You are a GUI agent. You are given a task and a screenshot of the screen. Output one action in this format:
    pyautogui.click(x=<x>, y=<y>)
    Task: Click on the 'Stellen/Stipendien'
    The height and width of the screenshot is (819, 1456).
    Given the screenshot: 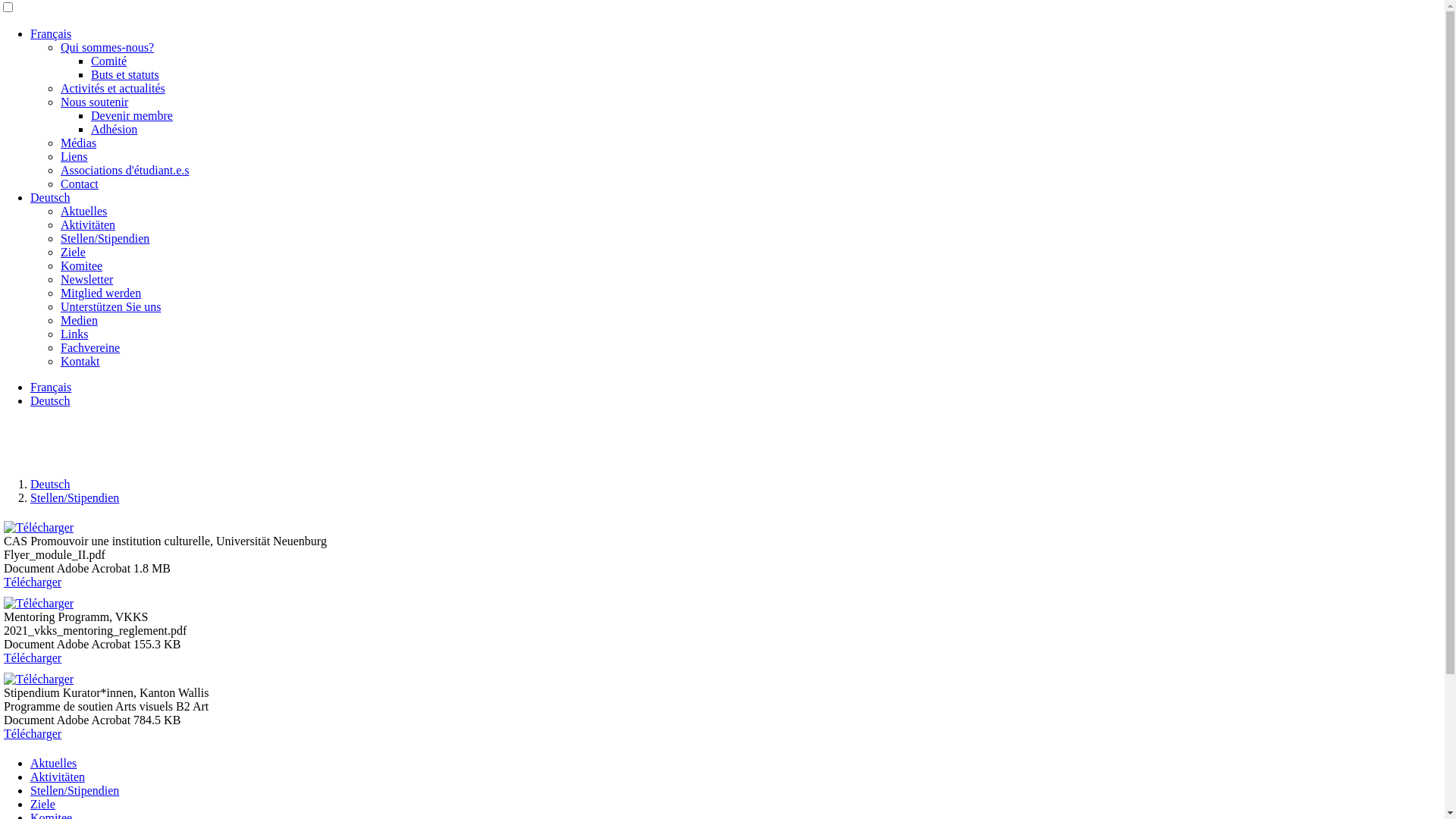 What is the action you would take?
    pyautogui.click(x=104, y=238)
    